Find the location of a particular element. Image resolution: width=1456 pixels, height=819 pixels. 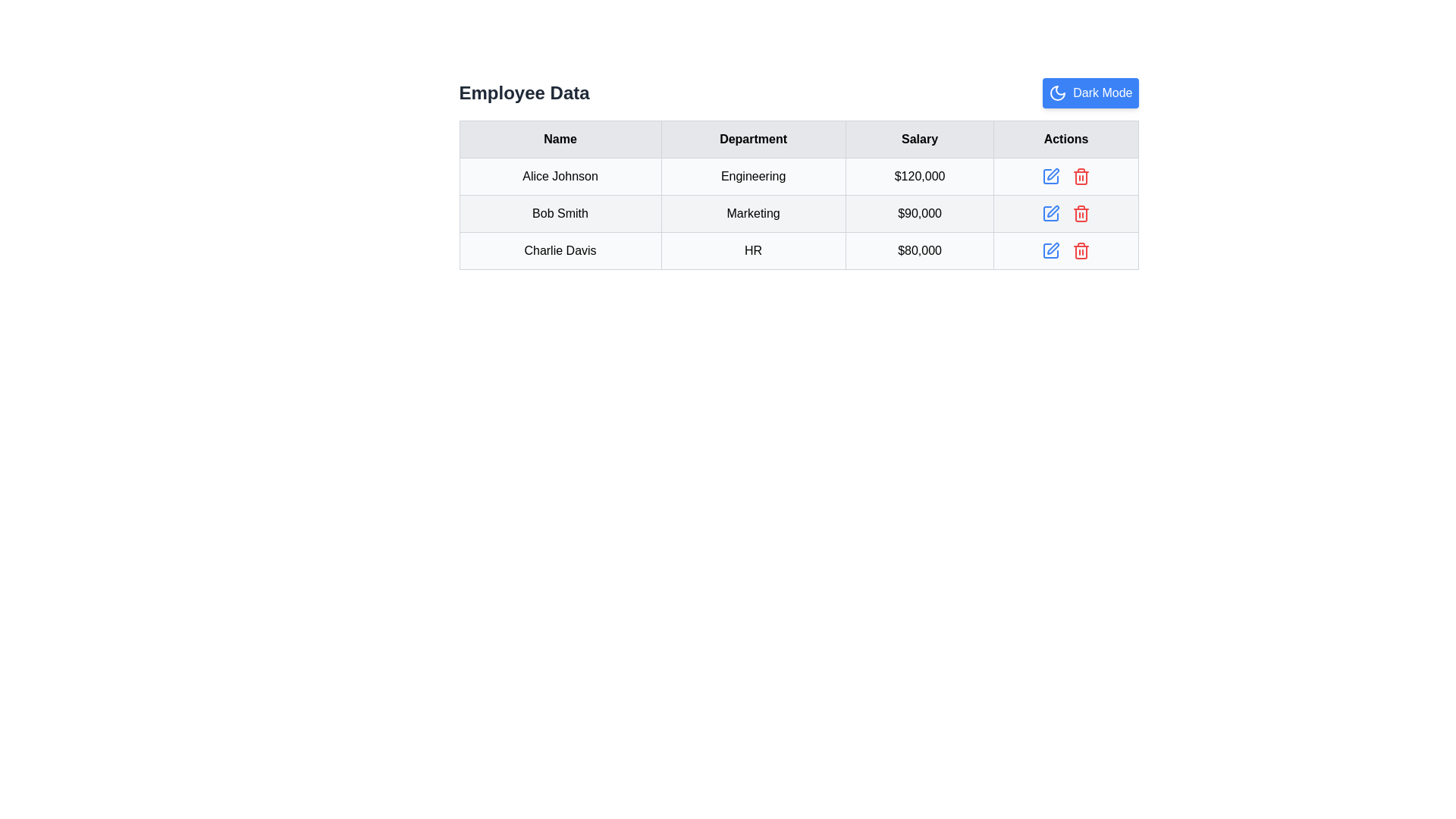

the table header cell labeled 'Salary', which is the third header in a row of four, positioned below the 'Employee Data' title is located at coordinates (919, 140).